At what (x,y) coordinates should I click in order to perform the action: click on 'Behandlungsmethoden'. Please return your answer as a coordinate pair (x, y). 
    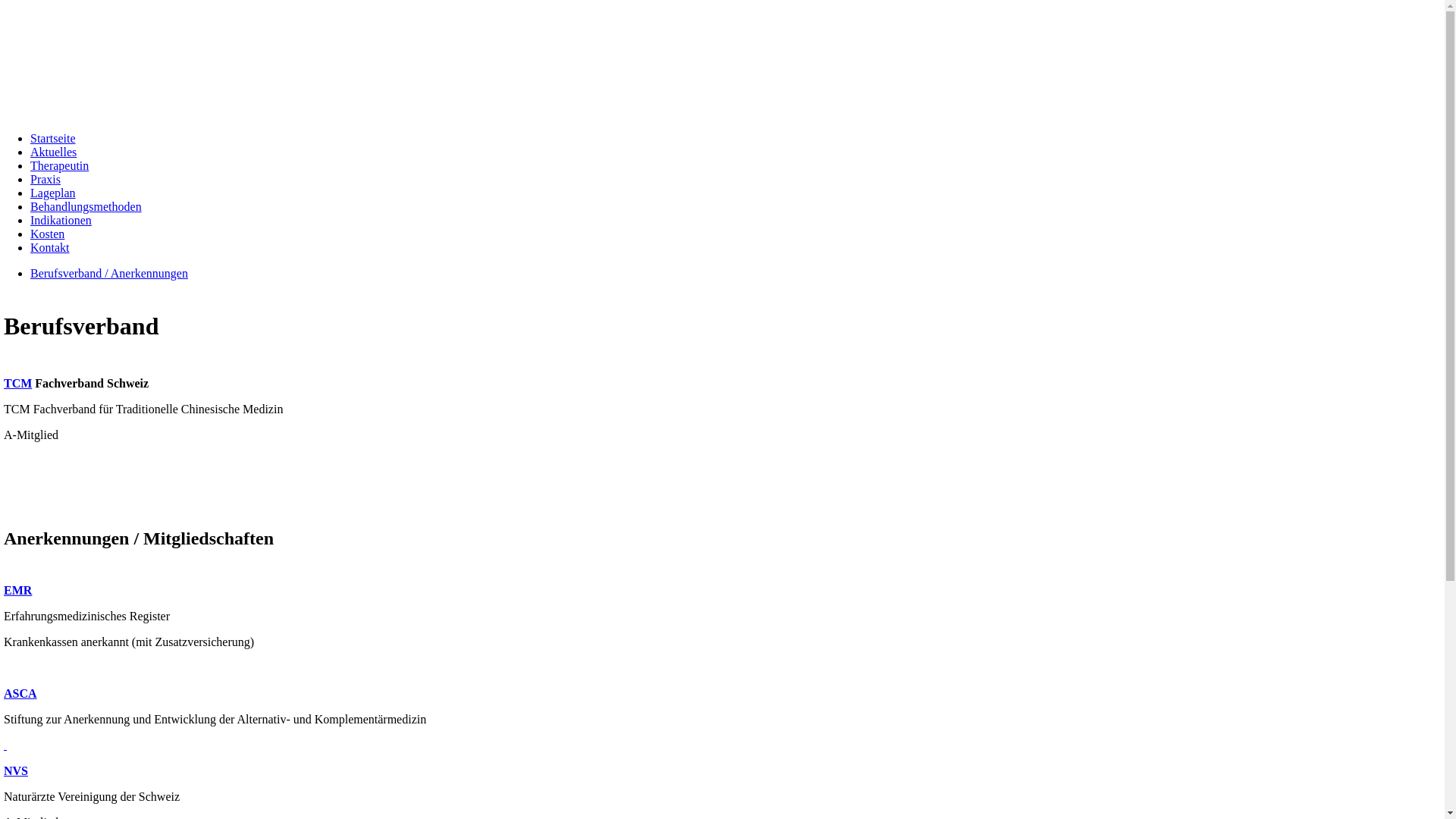
    Looking at the image, I should click on (85, 206).